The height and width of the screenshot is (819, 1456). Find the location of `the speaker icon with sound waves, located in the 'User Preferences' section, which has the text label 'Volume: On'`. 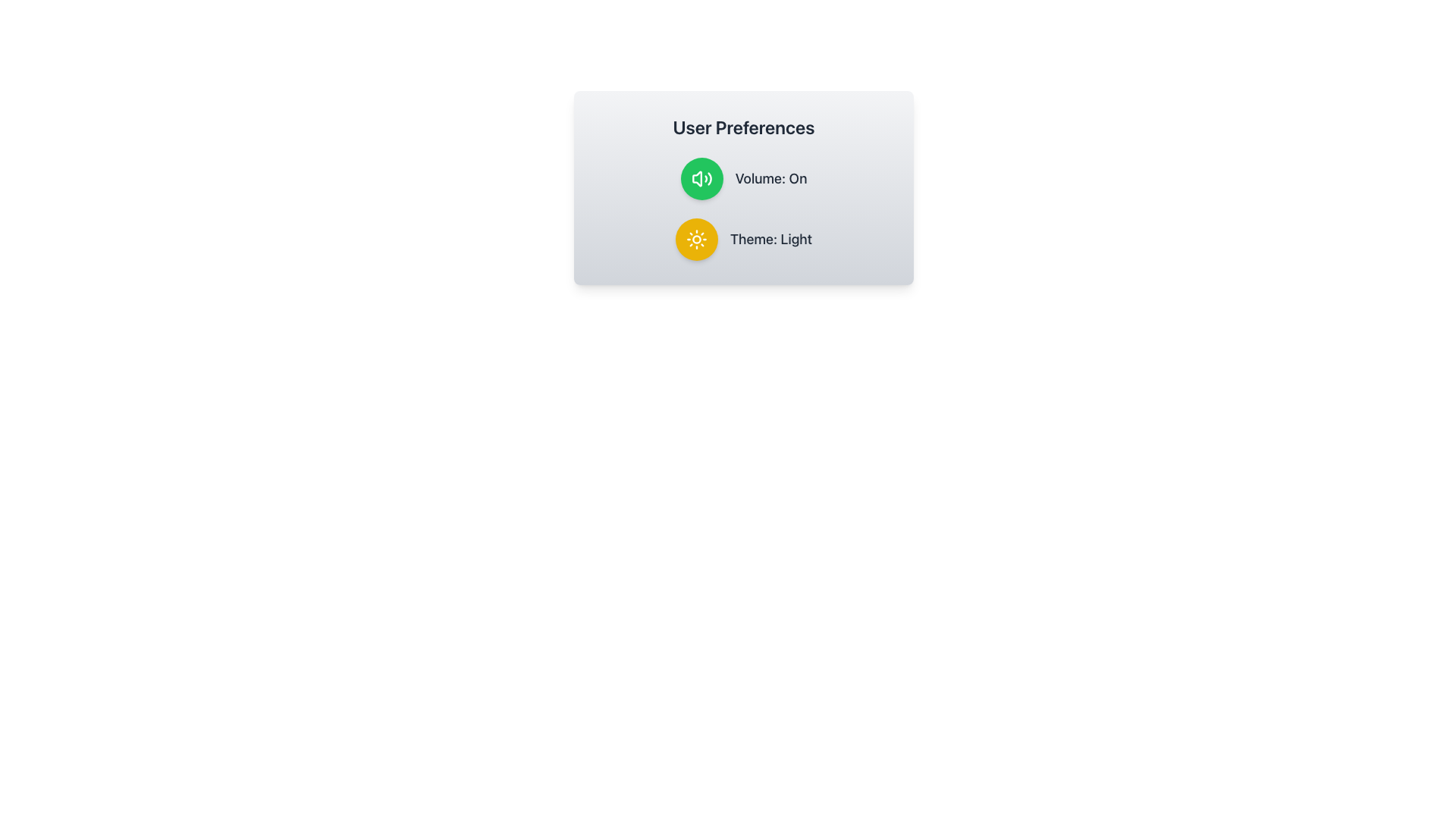

the speaker icon with sound waves, located in the 'User Preferences' section, which has the text label 'Volume: On' is located at coordinates (696, 177).